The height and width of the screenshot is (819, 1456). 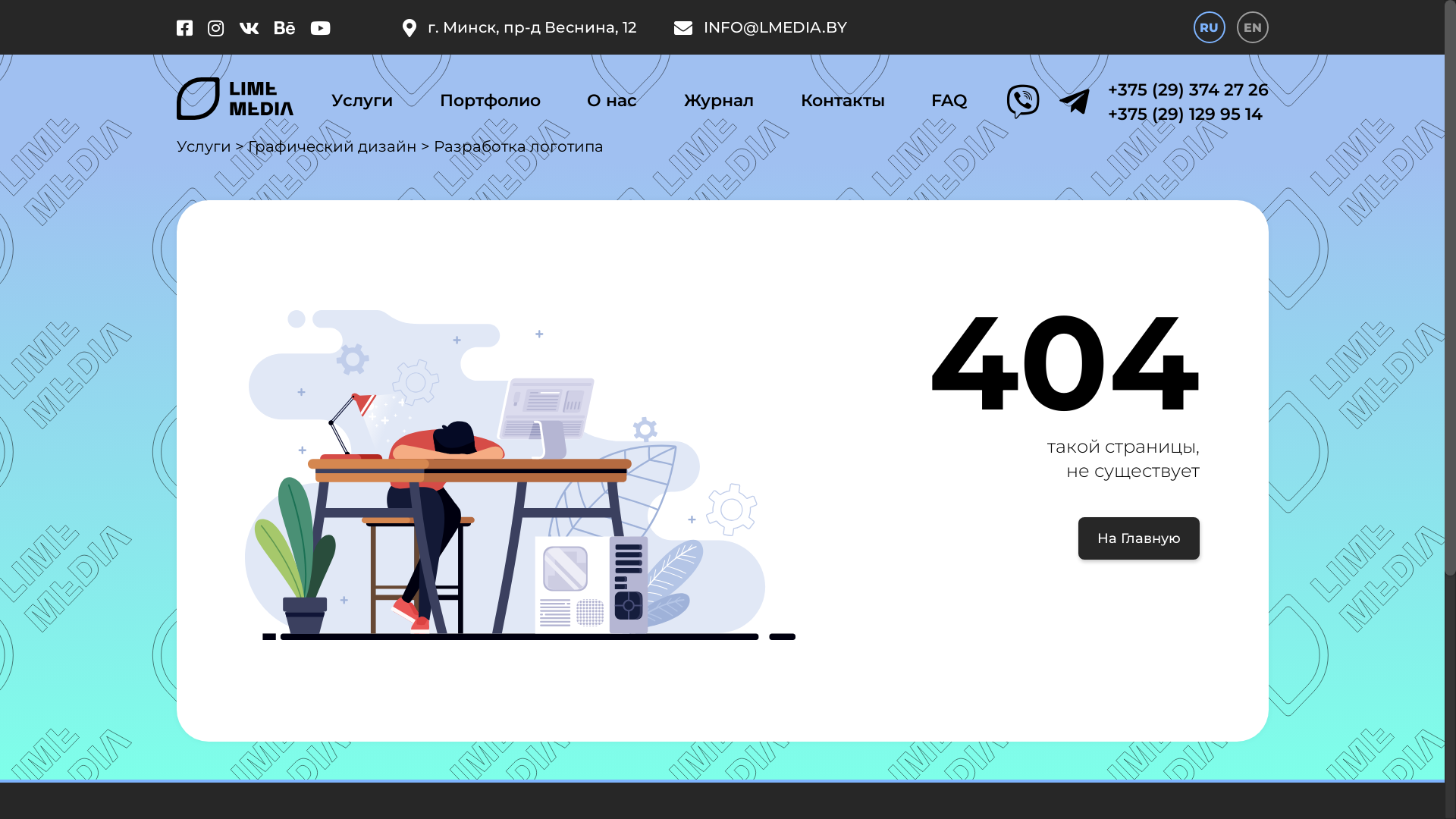 I want to click on '+375 (29) 129 95 14', so click(x=1186, y=113).